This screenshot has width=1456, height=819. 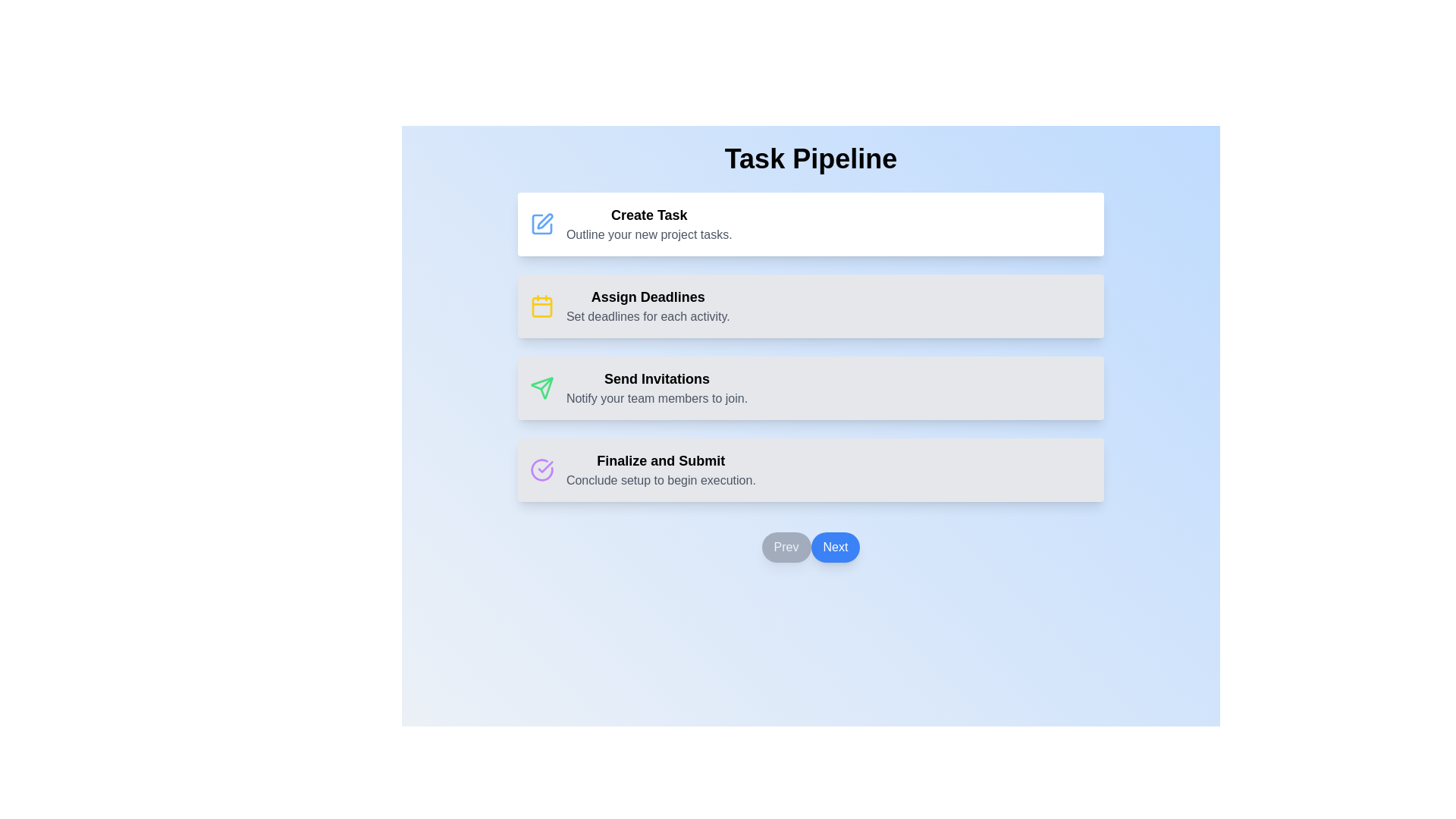 What do you see at coordinates (661, 480) in the screenshot?
I see `the static text element that reads 'Conclude setup to begin execution,' which is located below the title 'Finalize and Submit.'` at bounding box center [661, 480].